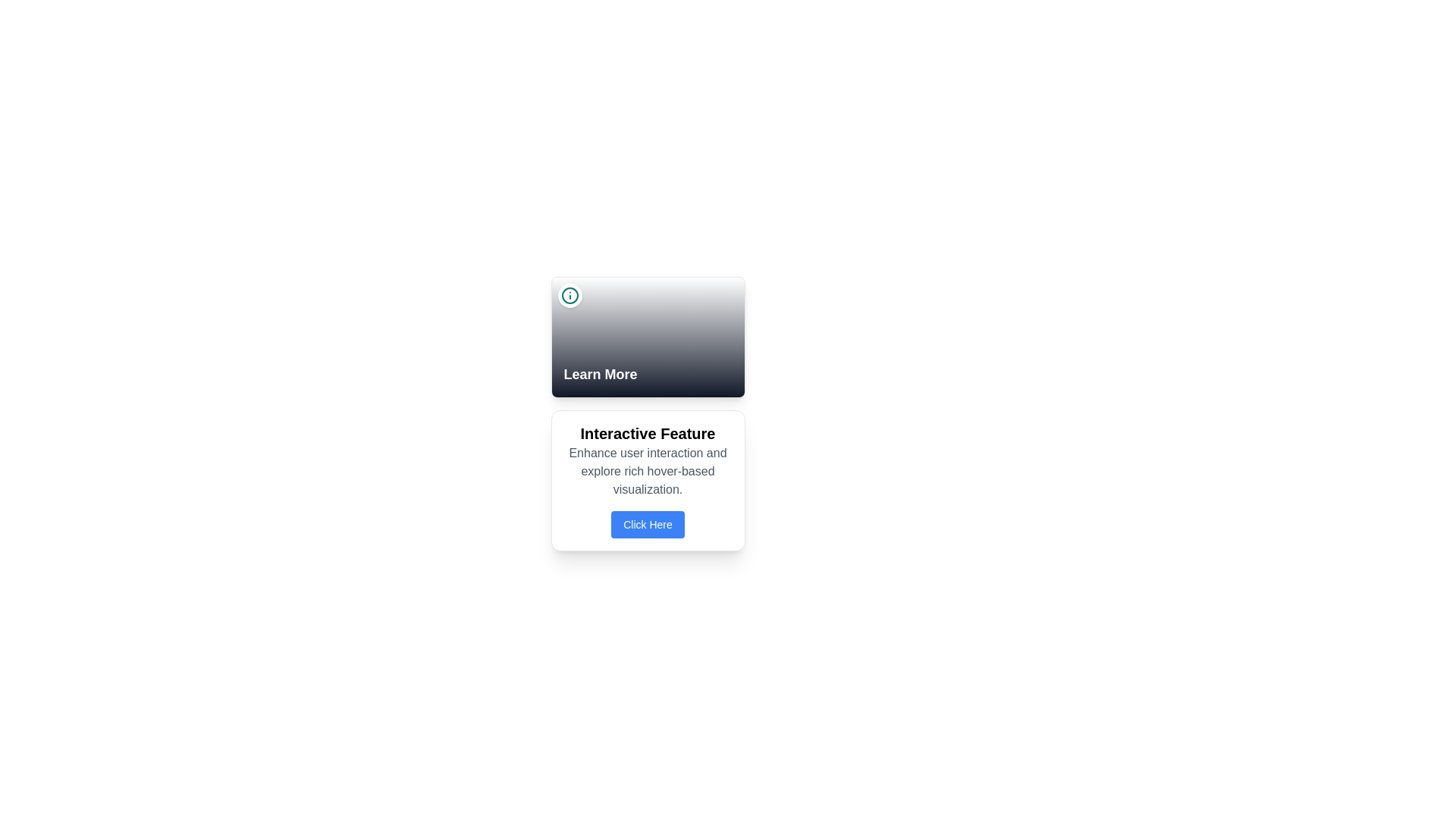 Image resolution: width=1456 pixels, height=819 pixels. Describe the element at coordinates (569, 295) in the screenshot. I see `the SVG circle element that visually indicates additional information related to the 'Learn More' section, located in the top-left area of the card` at that location.